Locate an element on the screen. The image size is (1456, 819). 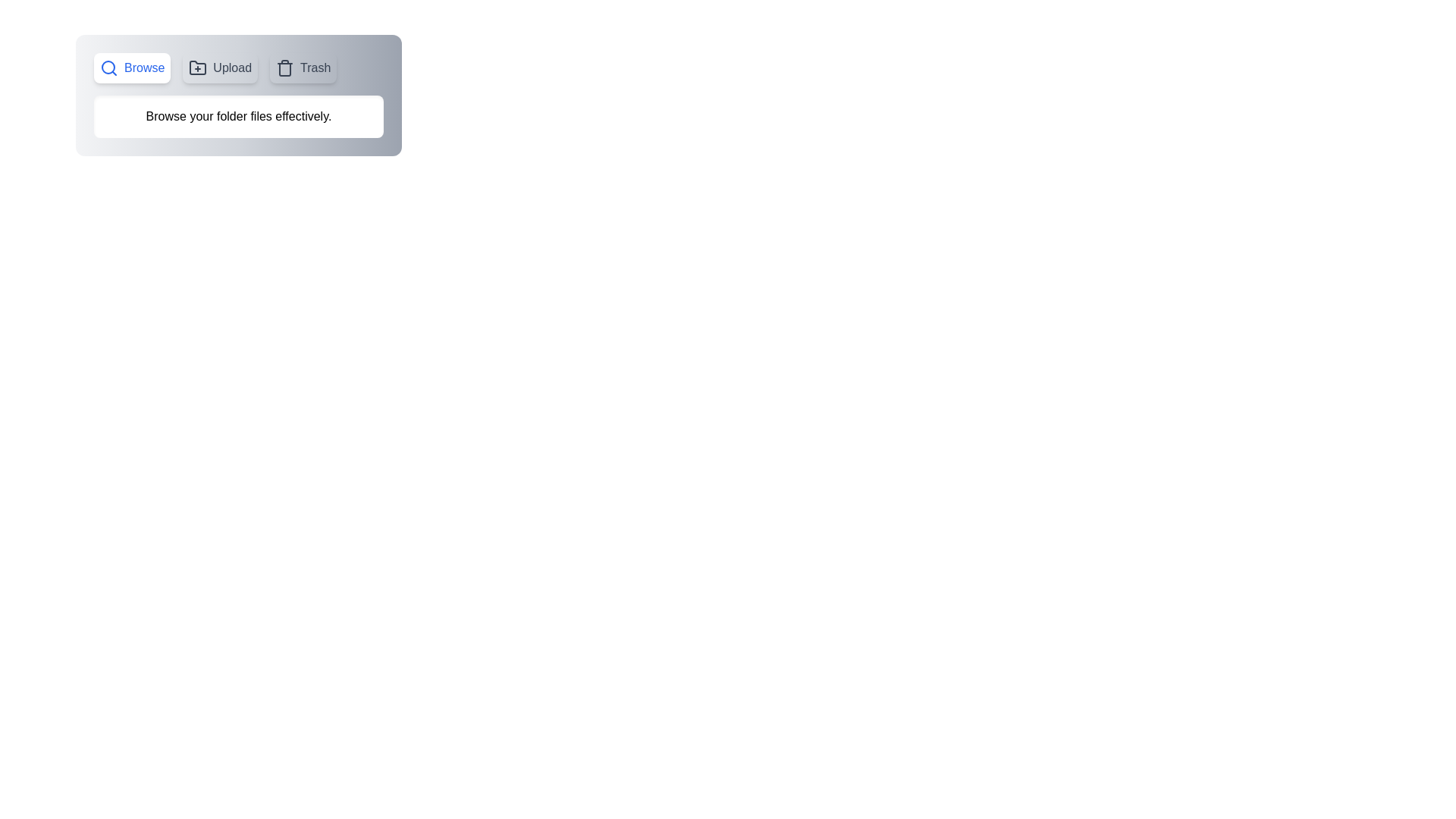
the Trash tab is located at coordinates (303, 67).